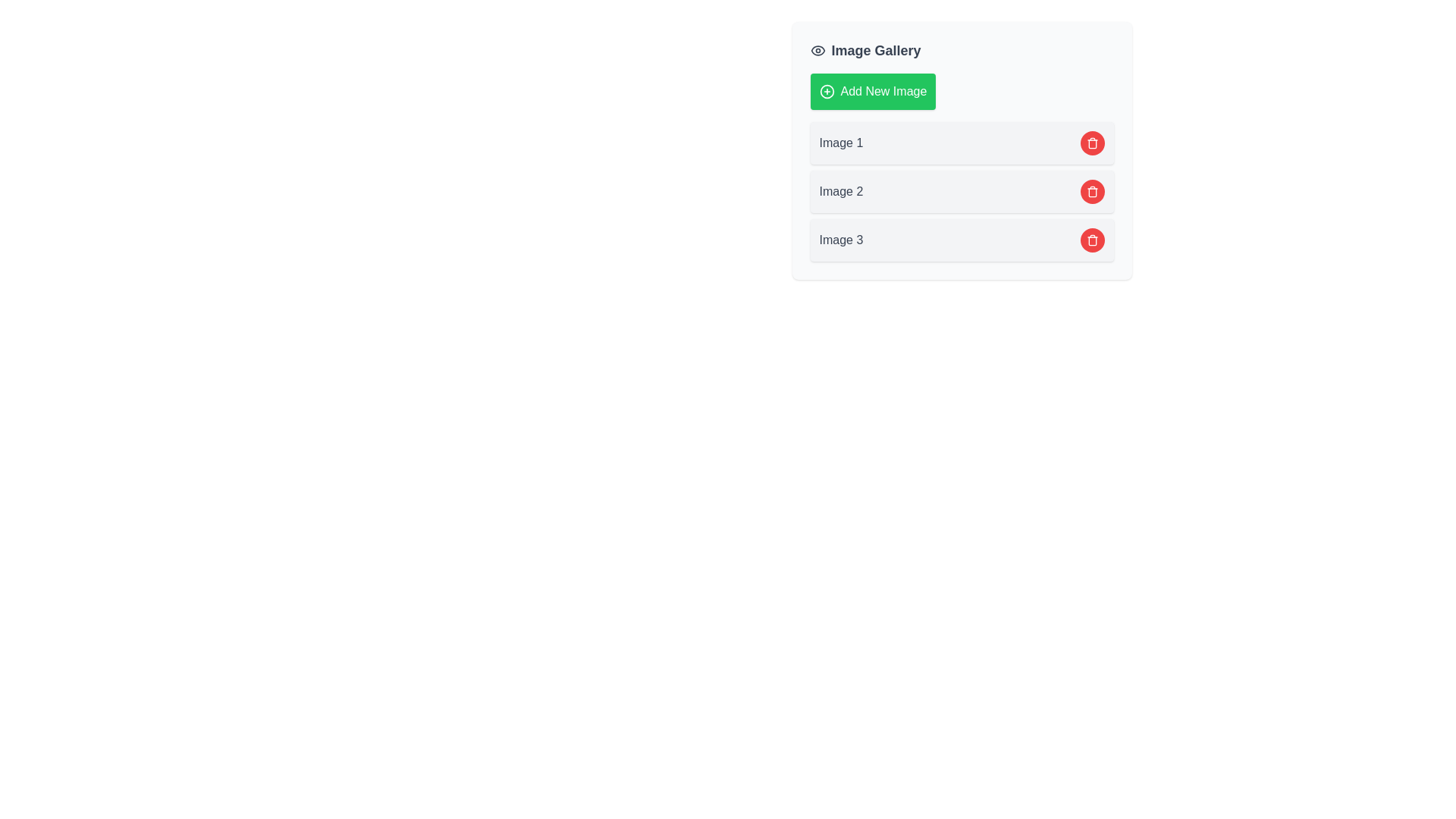 Image resolution: width=1456 pixels, height=819 pixels. I want to click on the 'Add New Image' icon located to the left of the 'Add New Image' button in the 'Image Gallery' section, so click(826, 91).